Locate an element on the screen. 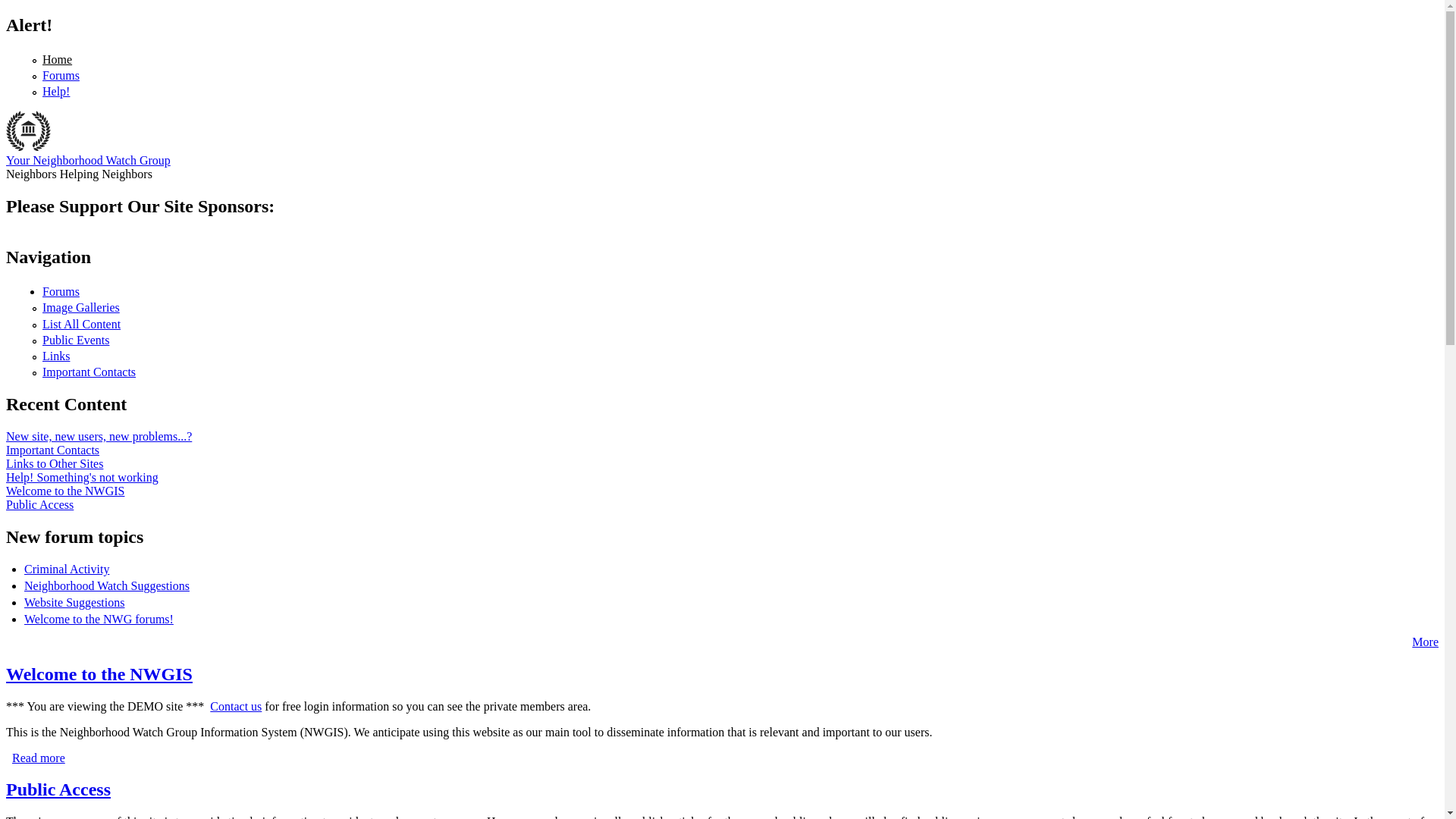 The image size is (1456, 819). 'Important Contacts' is located at coordinates (88, 372).